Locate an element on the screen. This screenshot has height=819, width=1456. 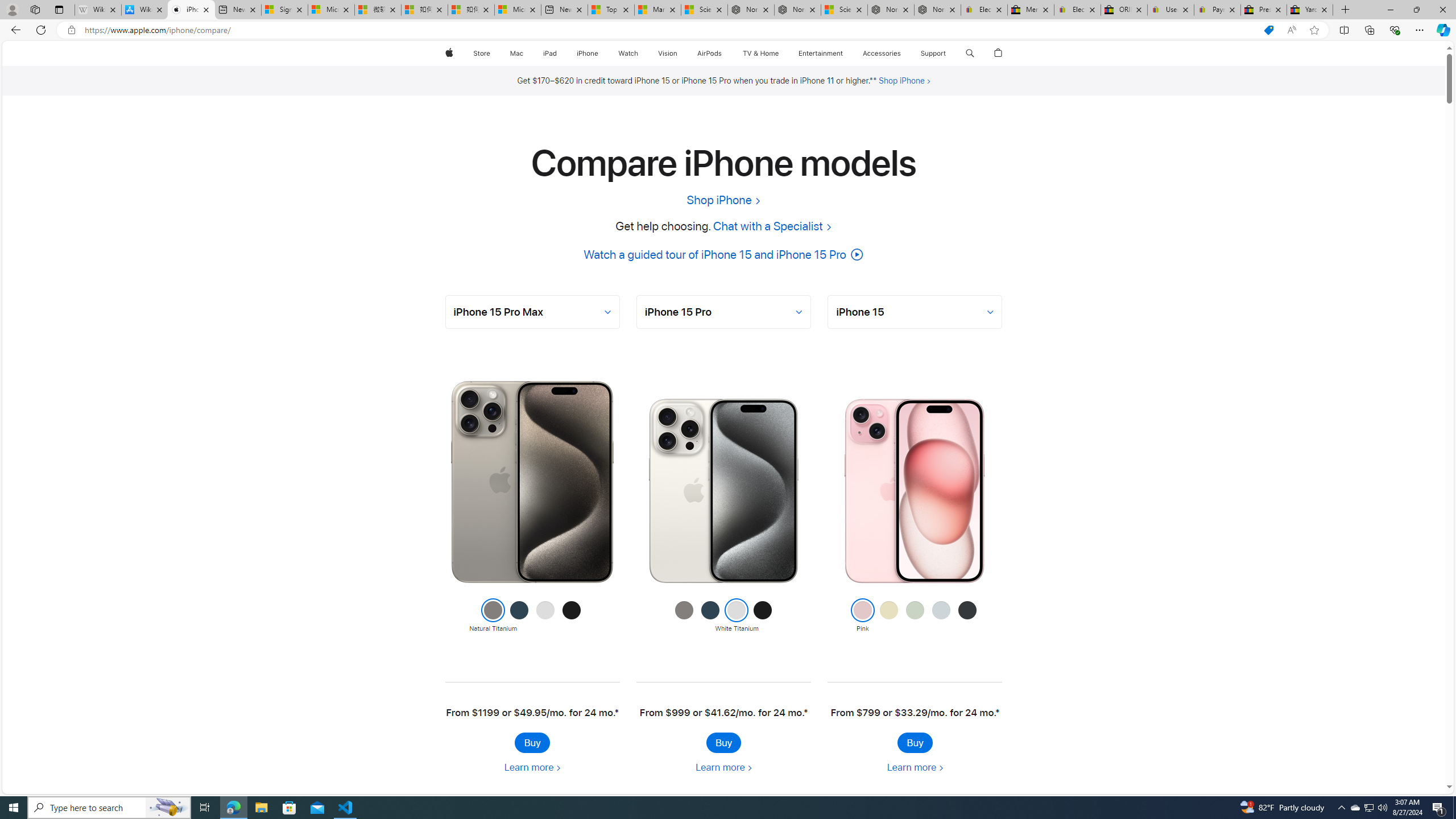
'iPhone - Compare Models - Apple' is located at coordinates (191, 9).